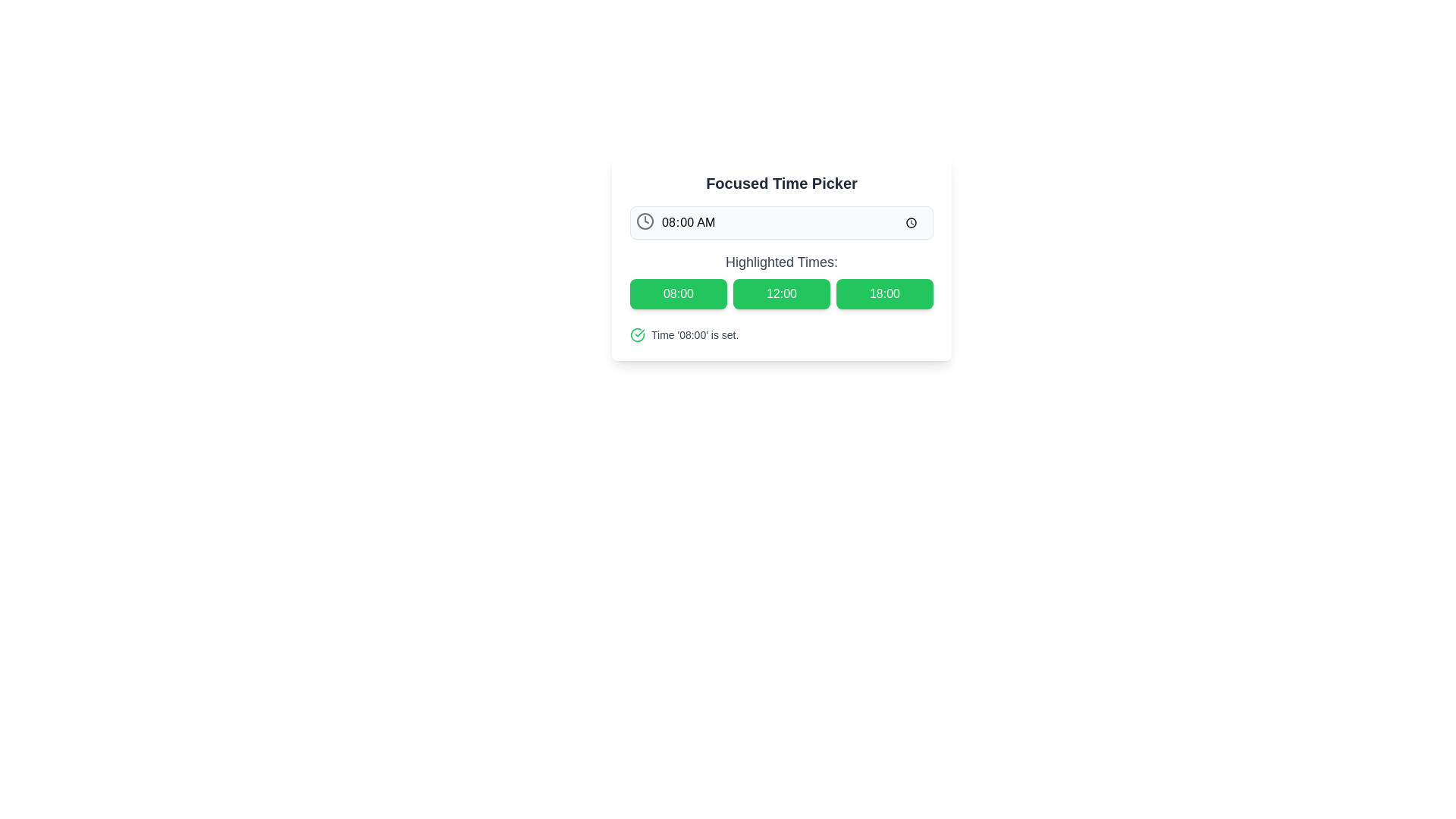 The width and height of the screenshot is (1456, 819). I want to click on the green button labeled '18:00', so click(884, 294).